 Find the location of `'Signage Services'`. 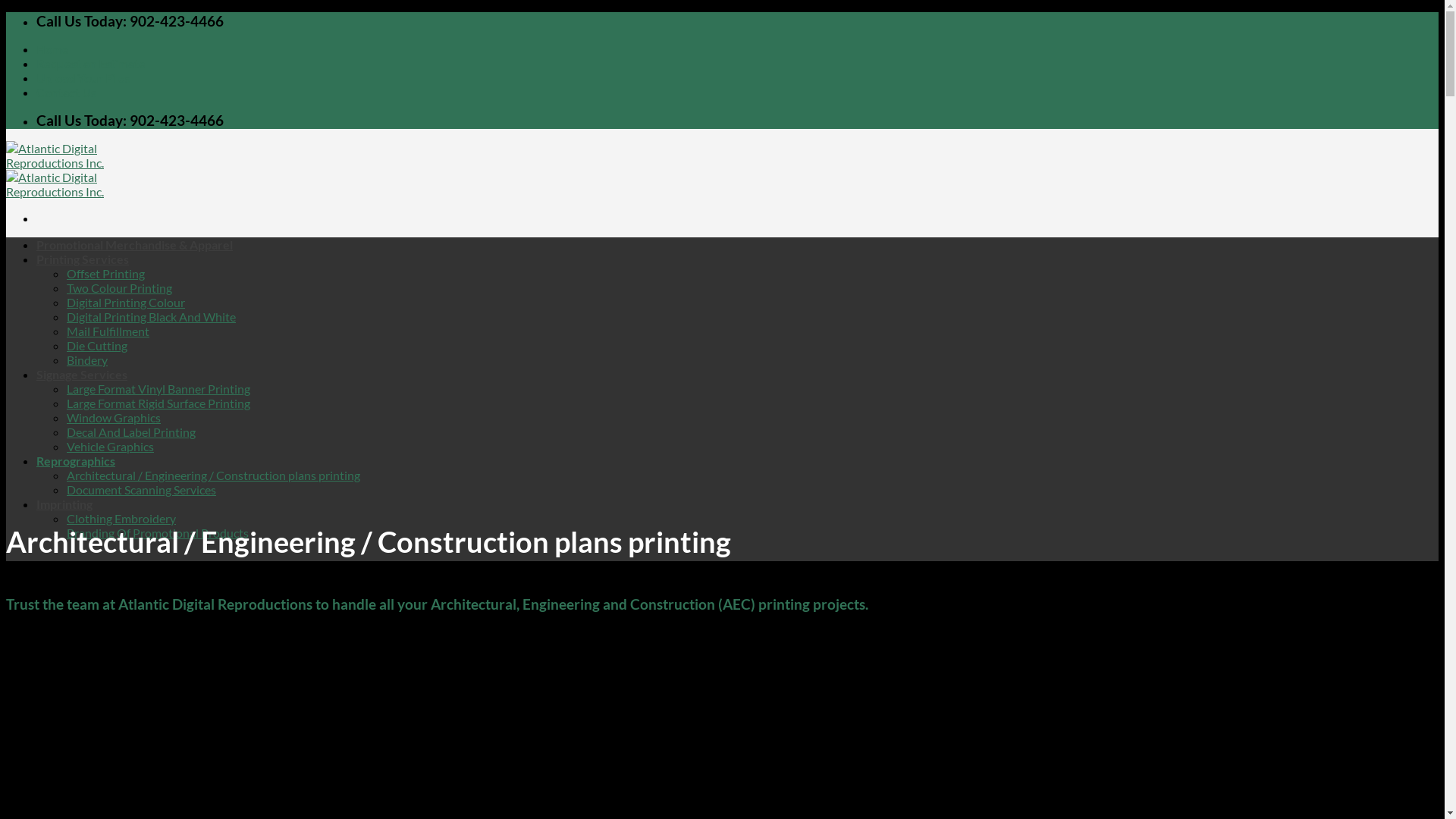

'Signage Services' is located at coordinates (80, 374).